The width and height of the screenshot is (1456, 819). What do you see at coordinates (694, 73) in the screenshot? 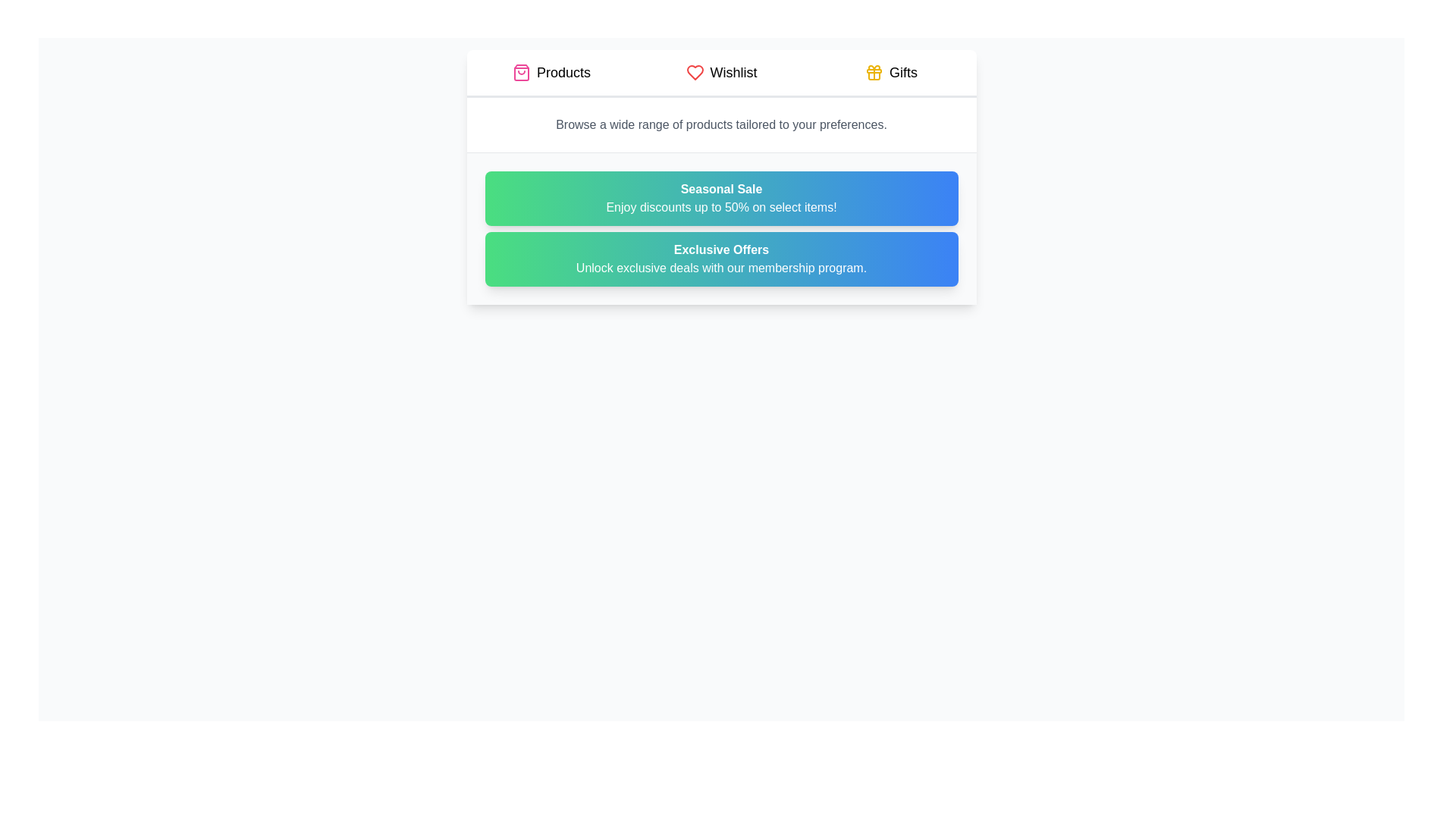
I see `the decorative icon for the Wishlist tab` at bounding box center [694, 73].